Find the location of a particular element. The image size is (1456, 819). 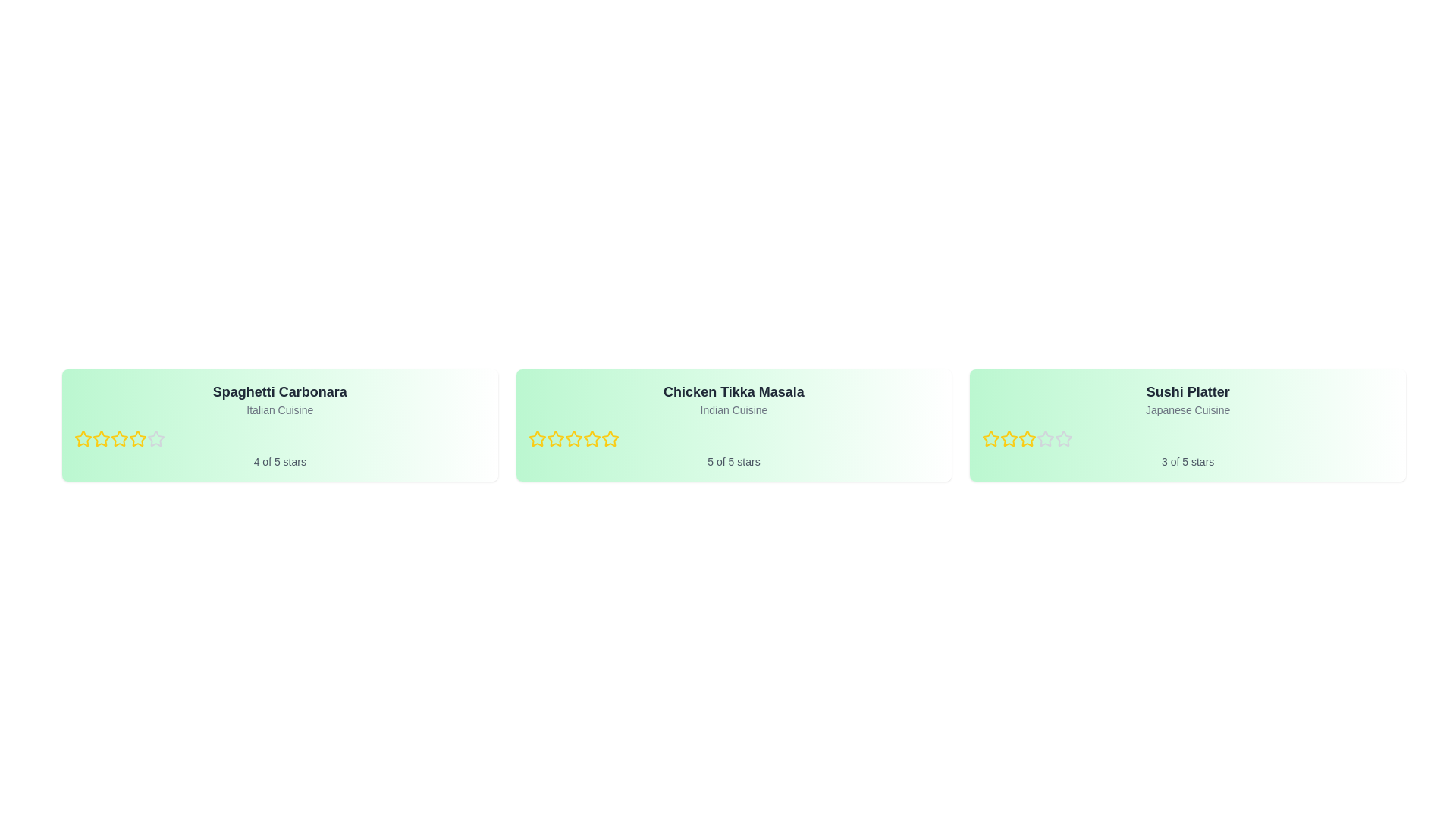

the dish card for Chicken Tikka Masala is located at coordinates (734, 425).